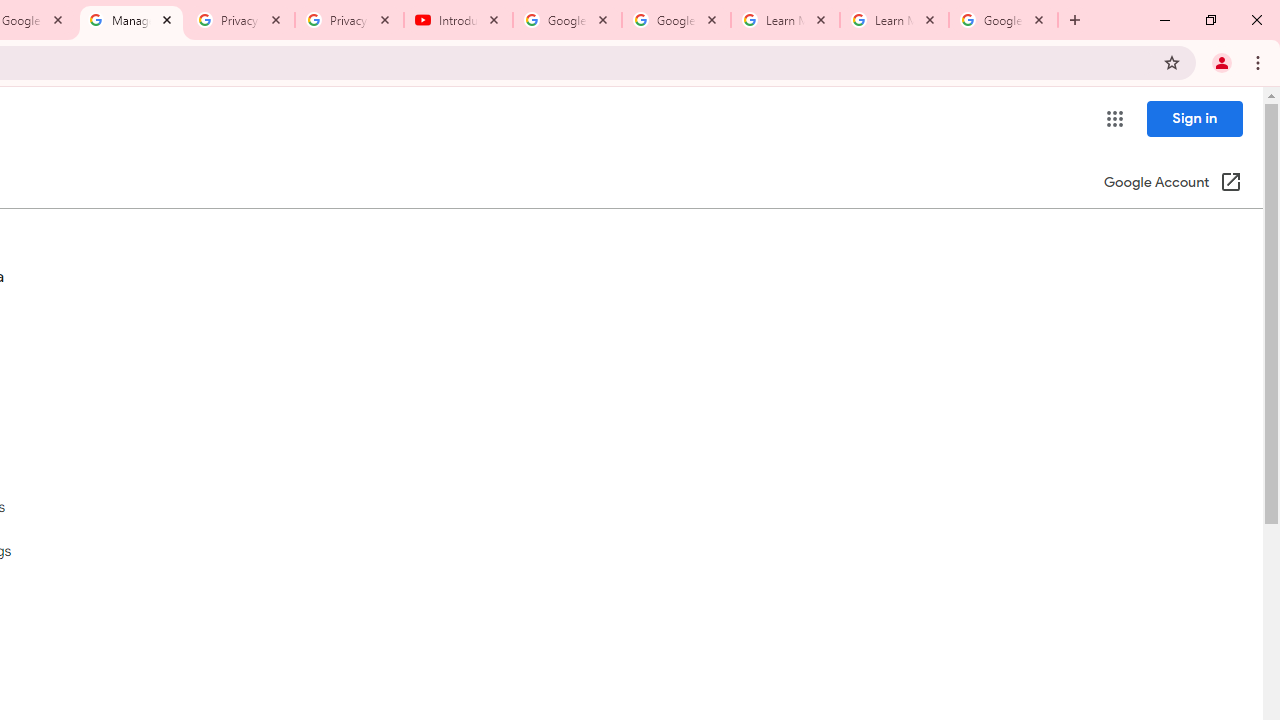 The image size is (1280, 720). I want to click on 'Google Account (Open in a new window)', so click(1173, 183).